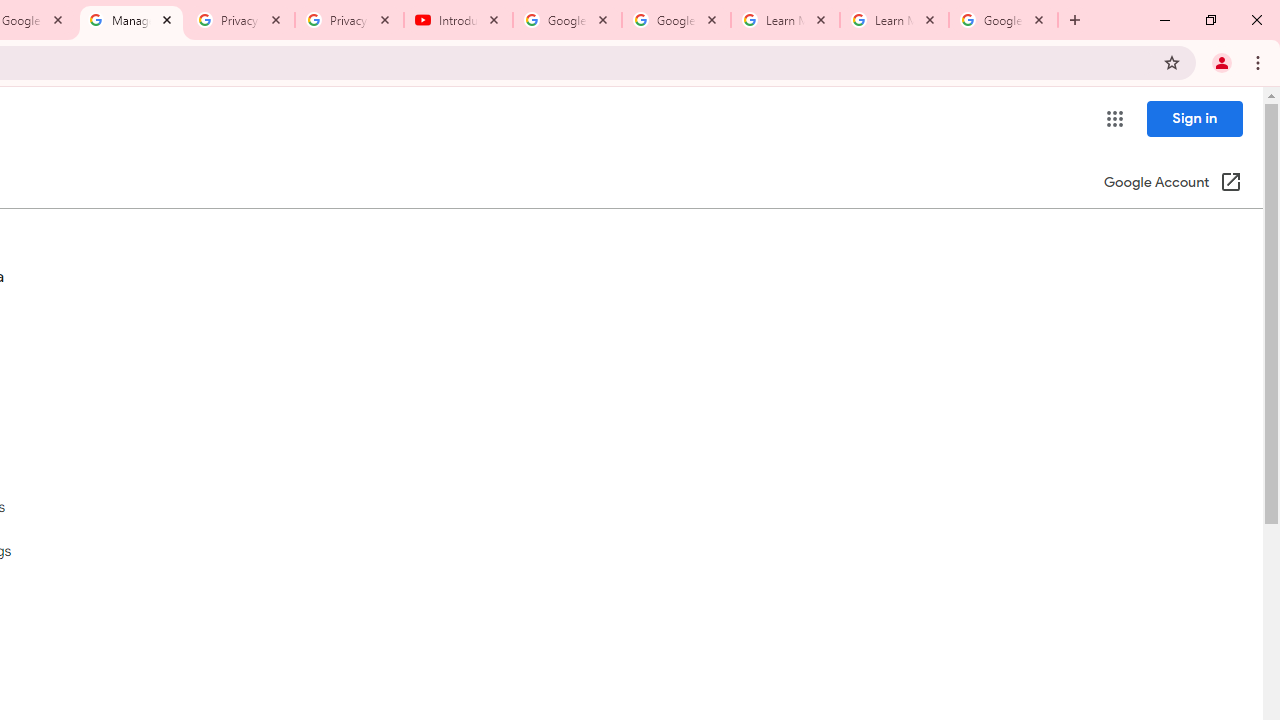 The image size is (1280, 720). I want to click on 'Google Account (Open in a new window)', so click(1173, 183).